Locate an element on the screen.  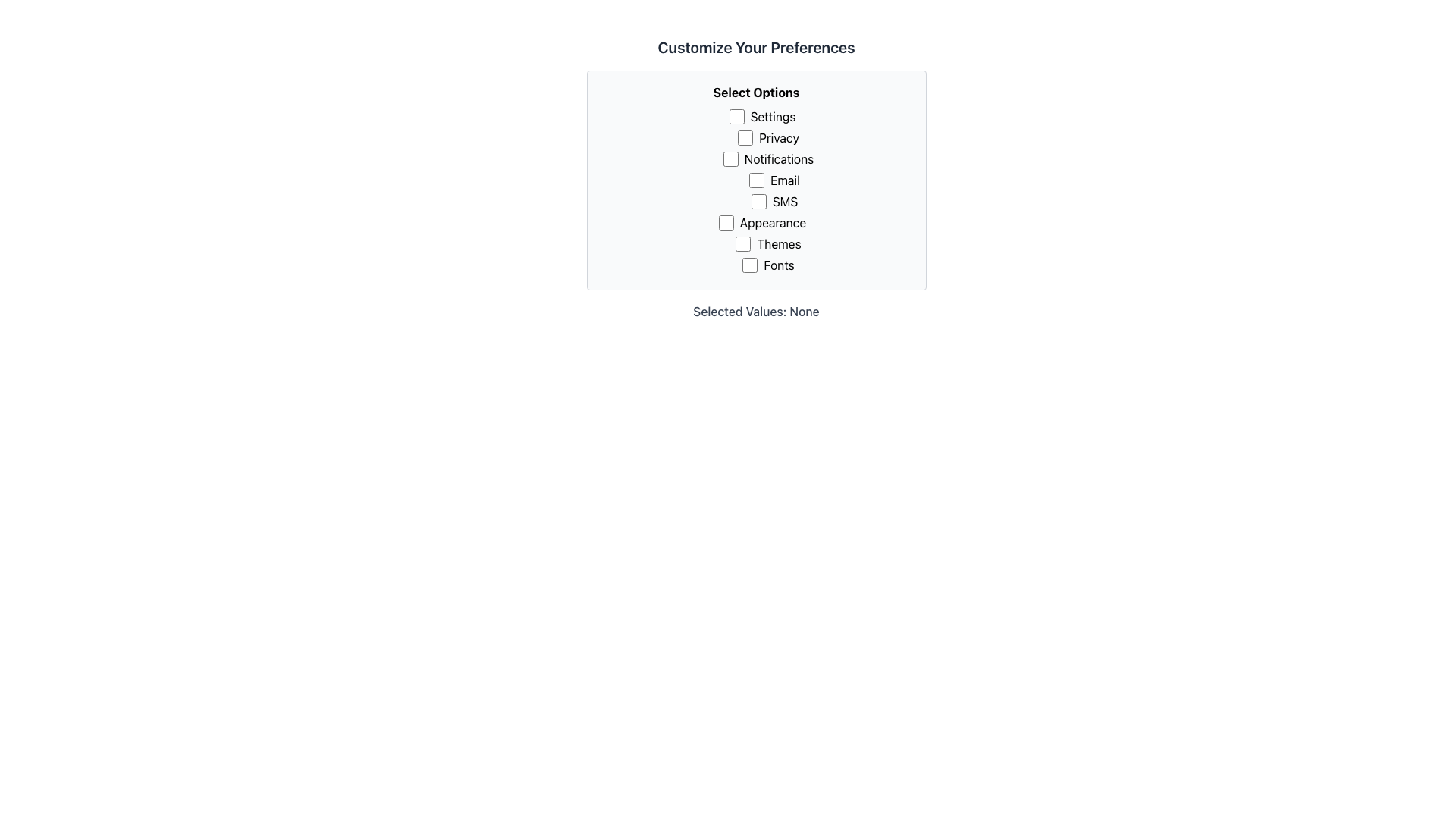
the 'Themes' checkbox located in the 'Appearance' section is located at coordinates (762, 245).